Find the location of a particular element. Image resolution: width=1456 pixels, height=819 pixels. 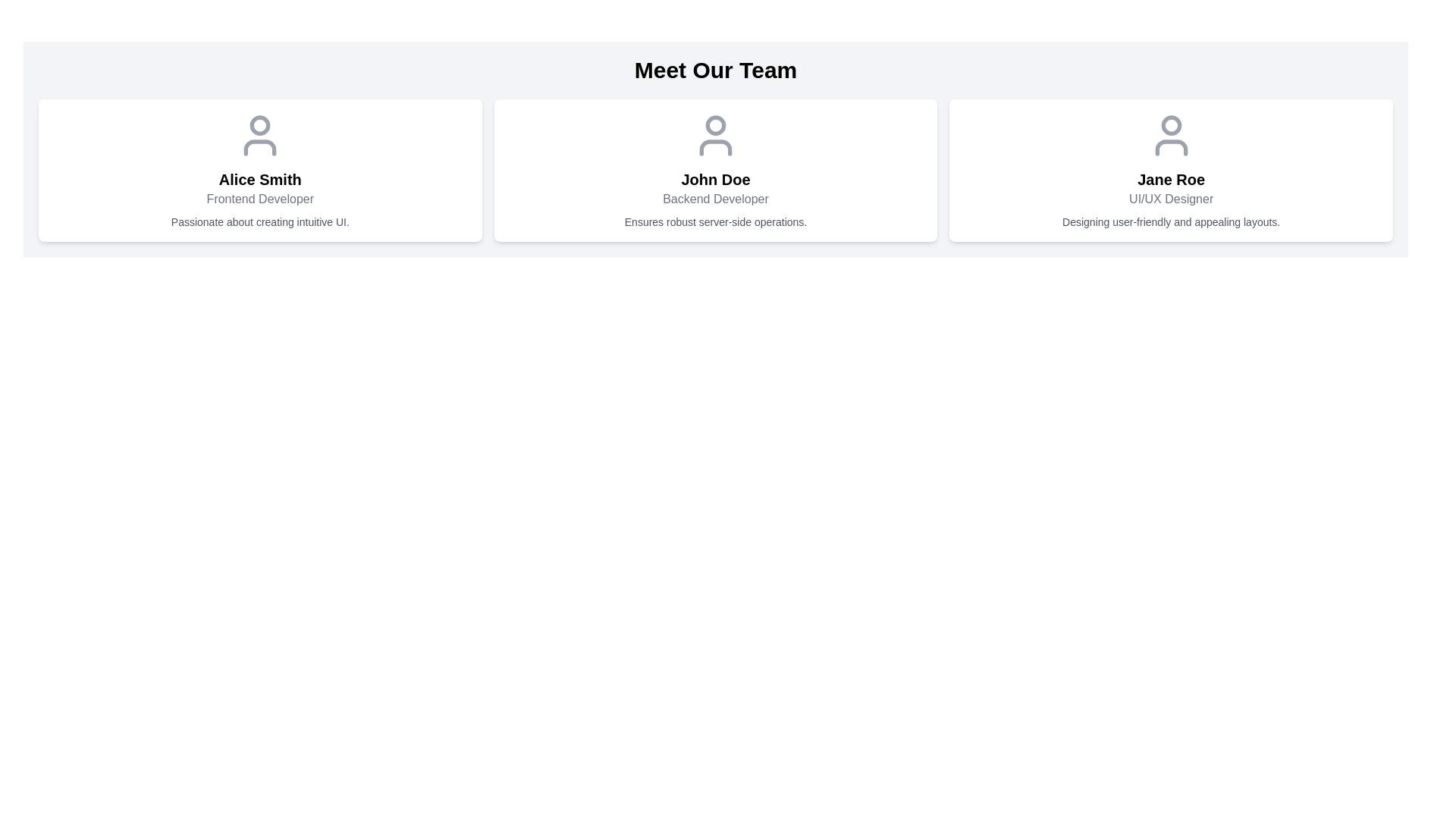

the user silhouette icon located at the top center of the card belonging to 'John Doe', above the text 'Backend Developer' is located at coordinates (715, 134).